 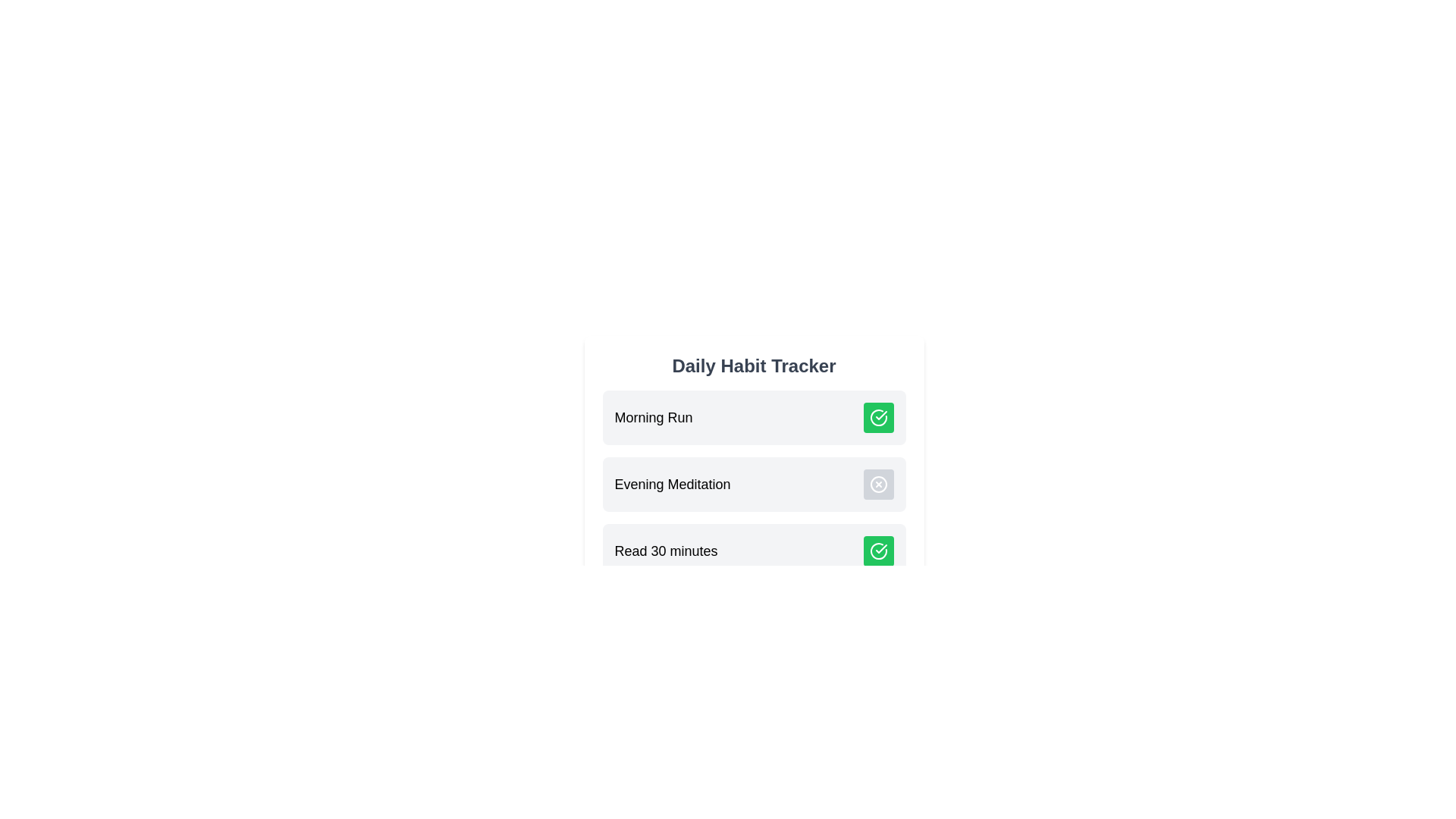 What do you see at coordinates (666, 551) in the screenshot?
I see `descriptive text of the label that specifies the habit or task associated with the bottom-most habit entry in the 'Daily Habit Tracker', located to the left of the green checkbox icon` at bounding box center [666, 551].